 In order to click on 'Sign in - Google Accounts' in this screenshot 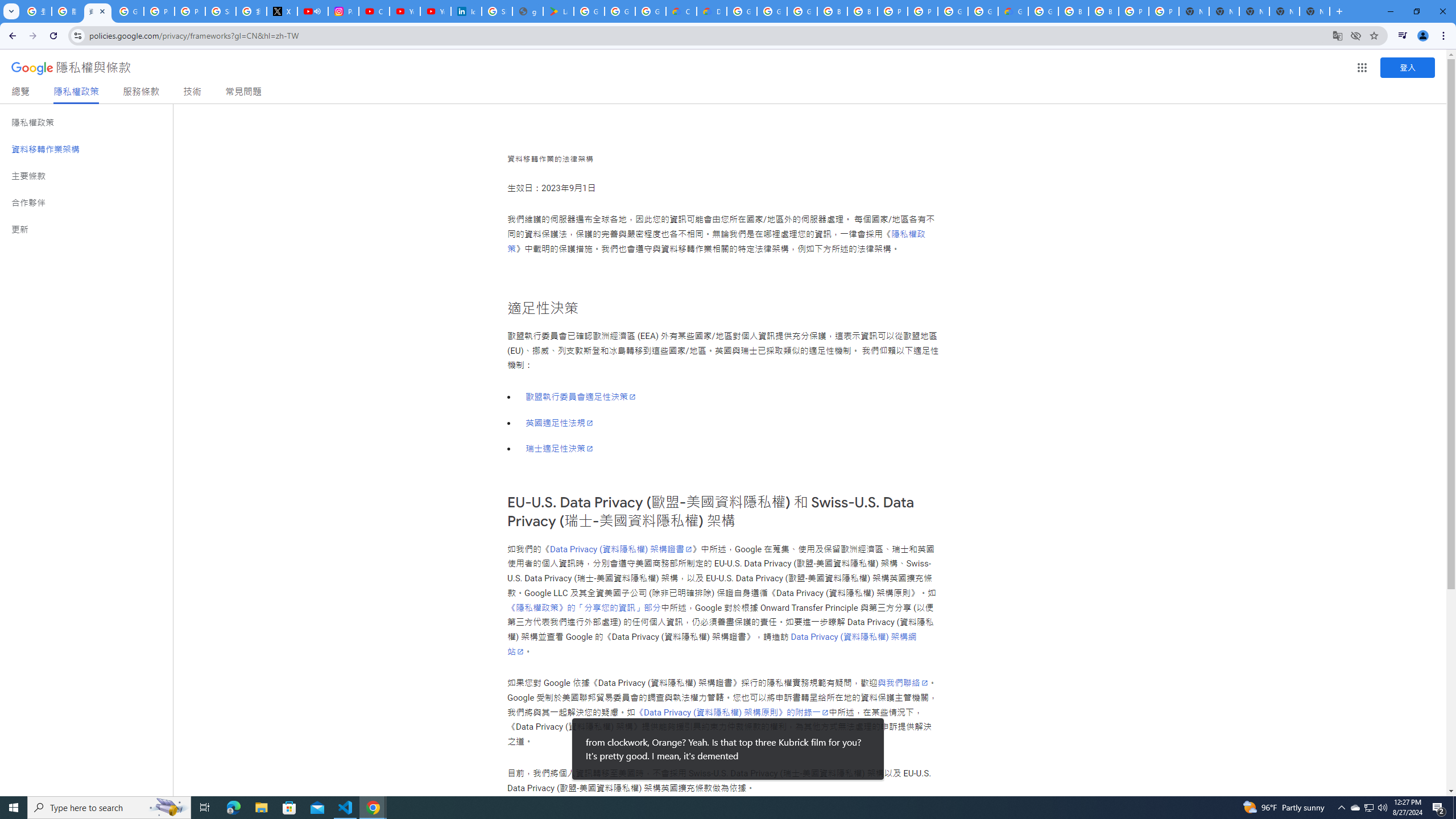, I will do `click(221, 11)`.